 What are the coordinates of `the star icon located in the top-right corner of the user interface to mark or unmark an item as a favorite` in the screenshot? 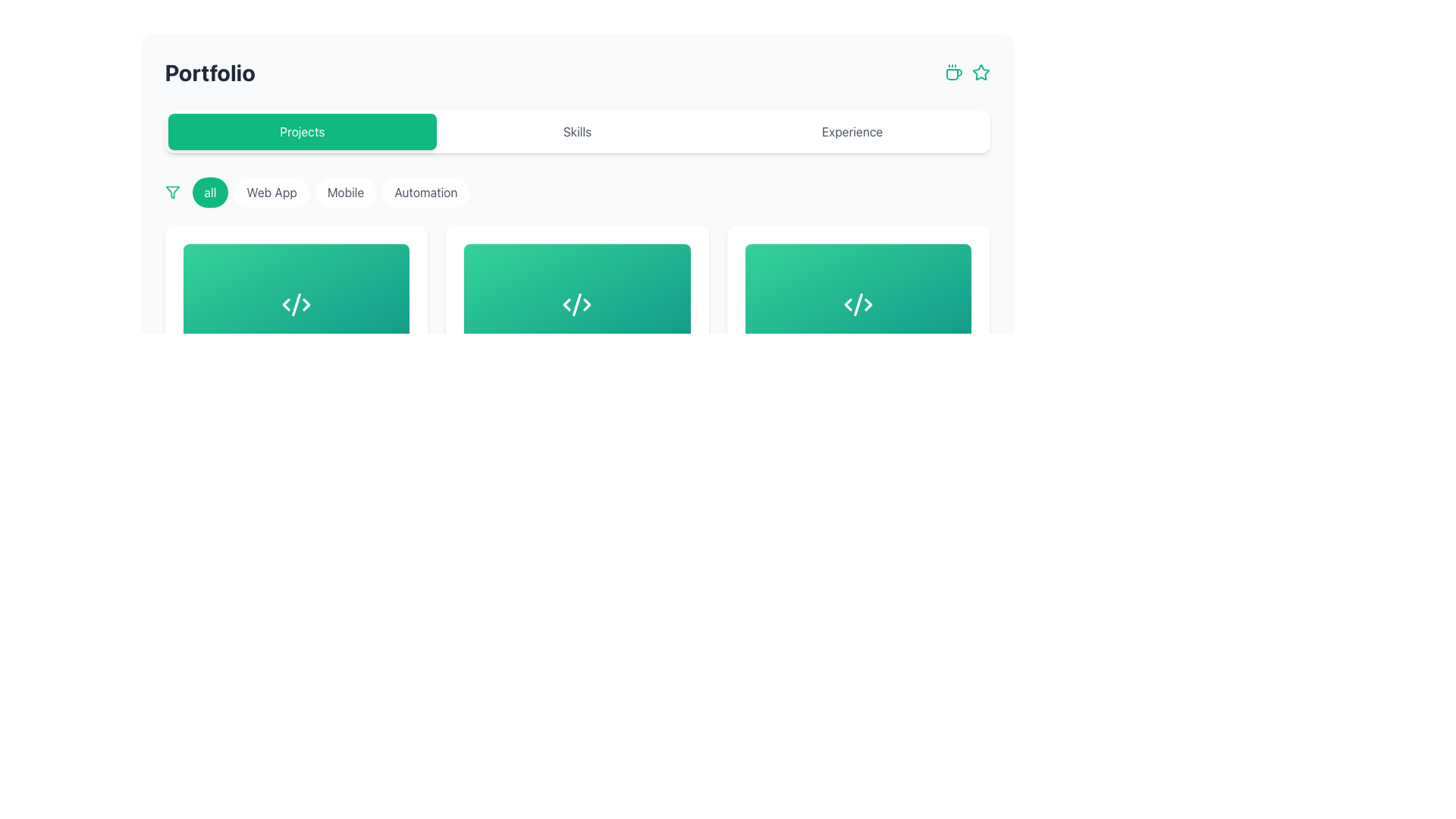 It's located at (981, 73).